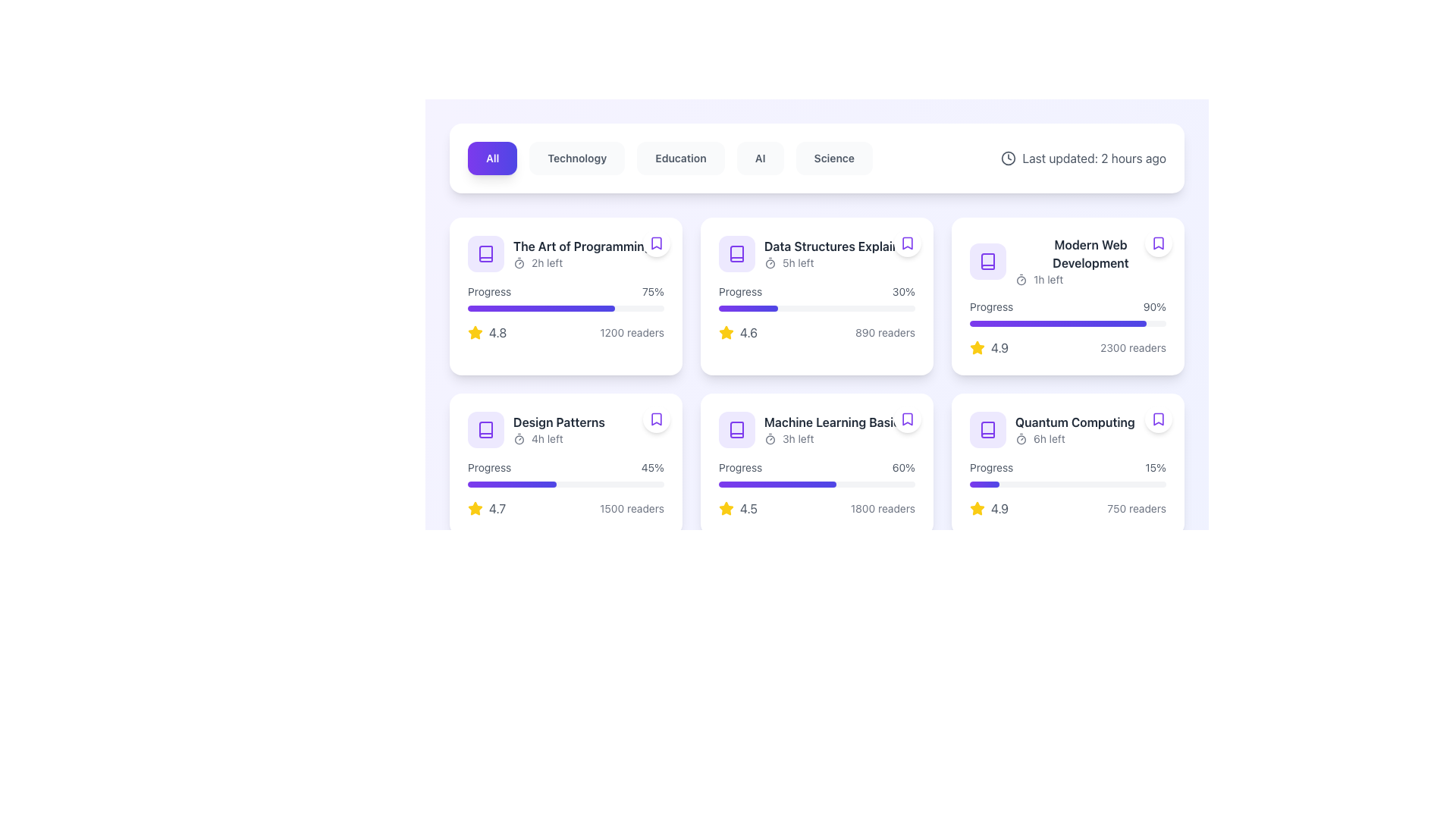 This screenshot has width=1456, height=819. What do you see at coordinates (816, 253) in the screenshot?
I see `text from the Informative Card Header Section, which provides details such as title and time left, located in the second column of the first row of cards` at bounding box center [816, 253].